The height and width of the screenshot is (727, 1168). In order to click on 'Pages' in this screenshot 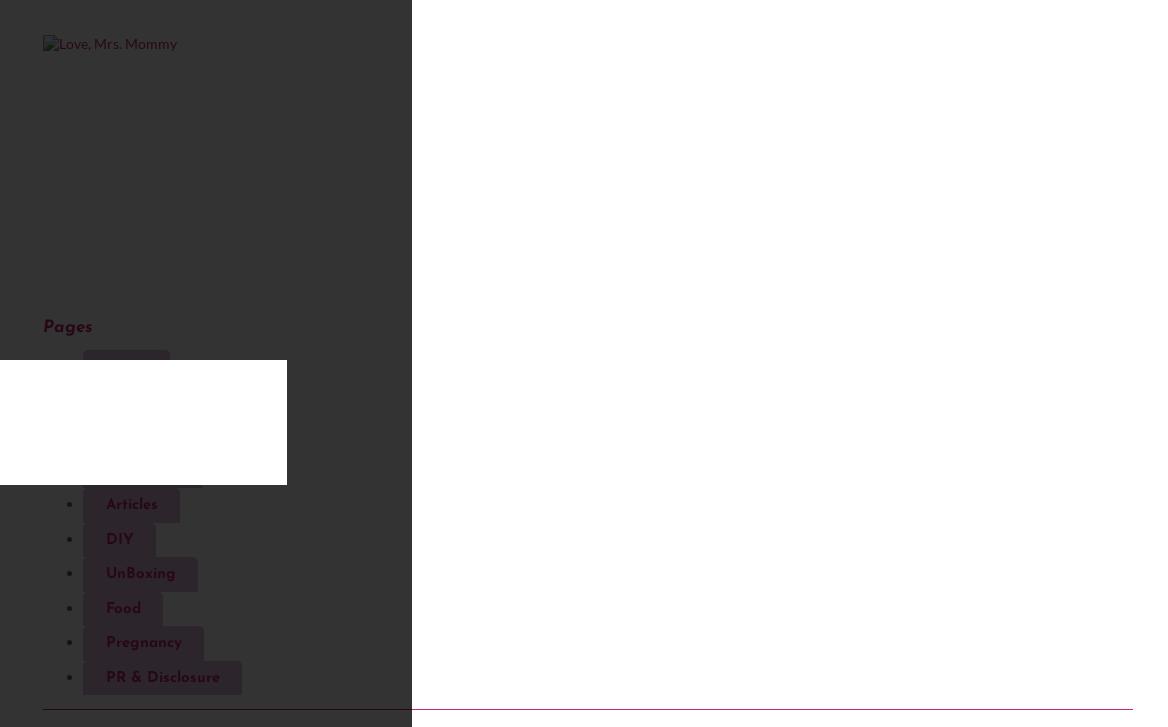, I will do `click(67, 327)`.